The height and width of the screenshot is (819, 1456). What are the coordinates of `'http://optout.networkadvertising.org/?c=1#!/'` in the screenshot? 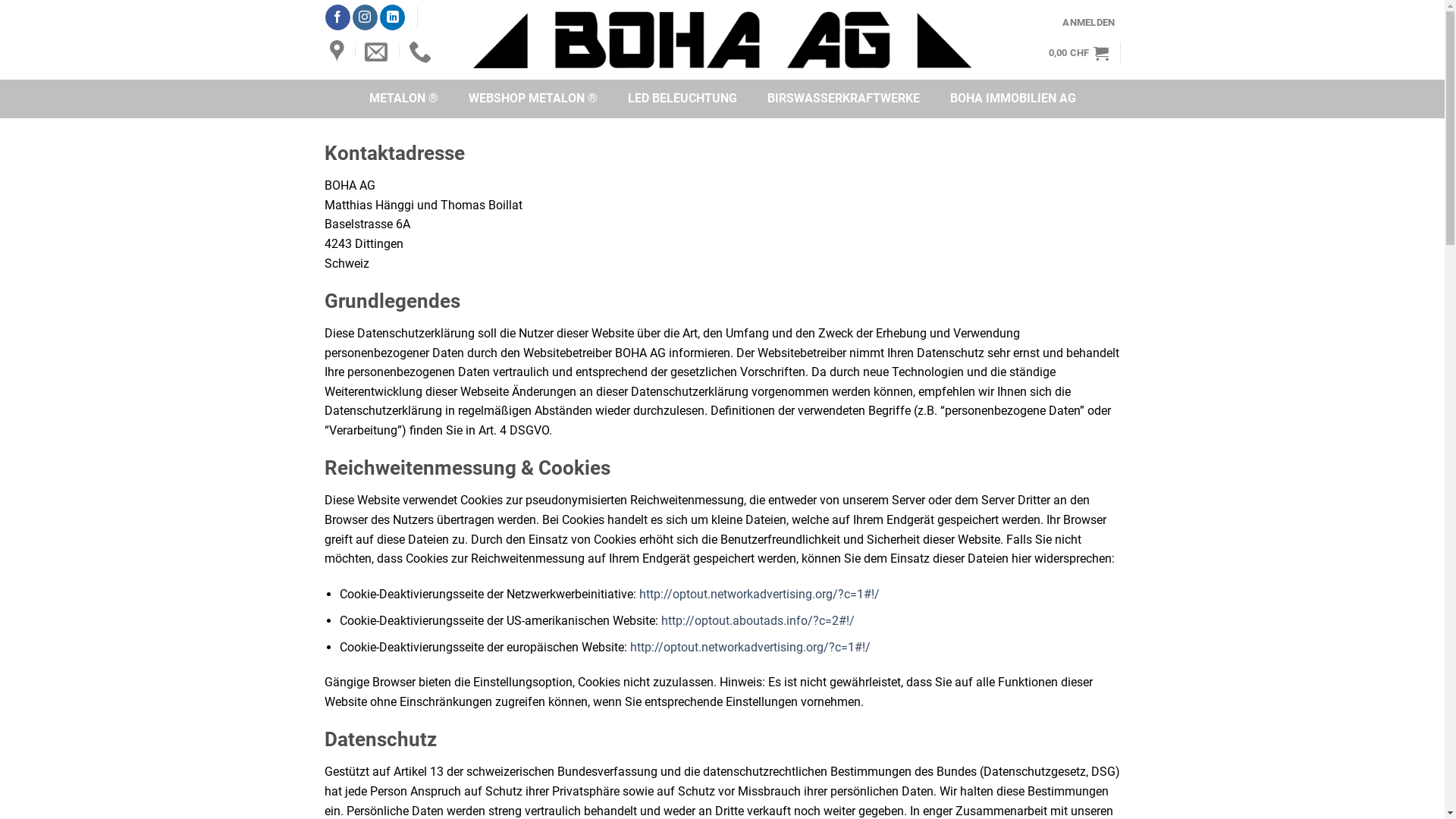 It's located at (750, 647).